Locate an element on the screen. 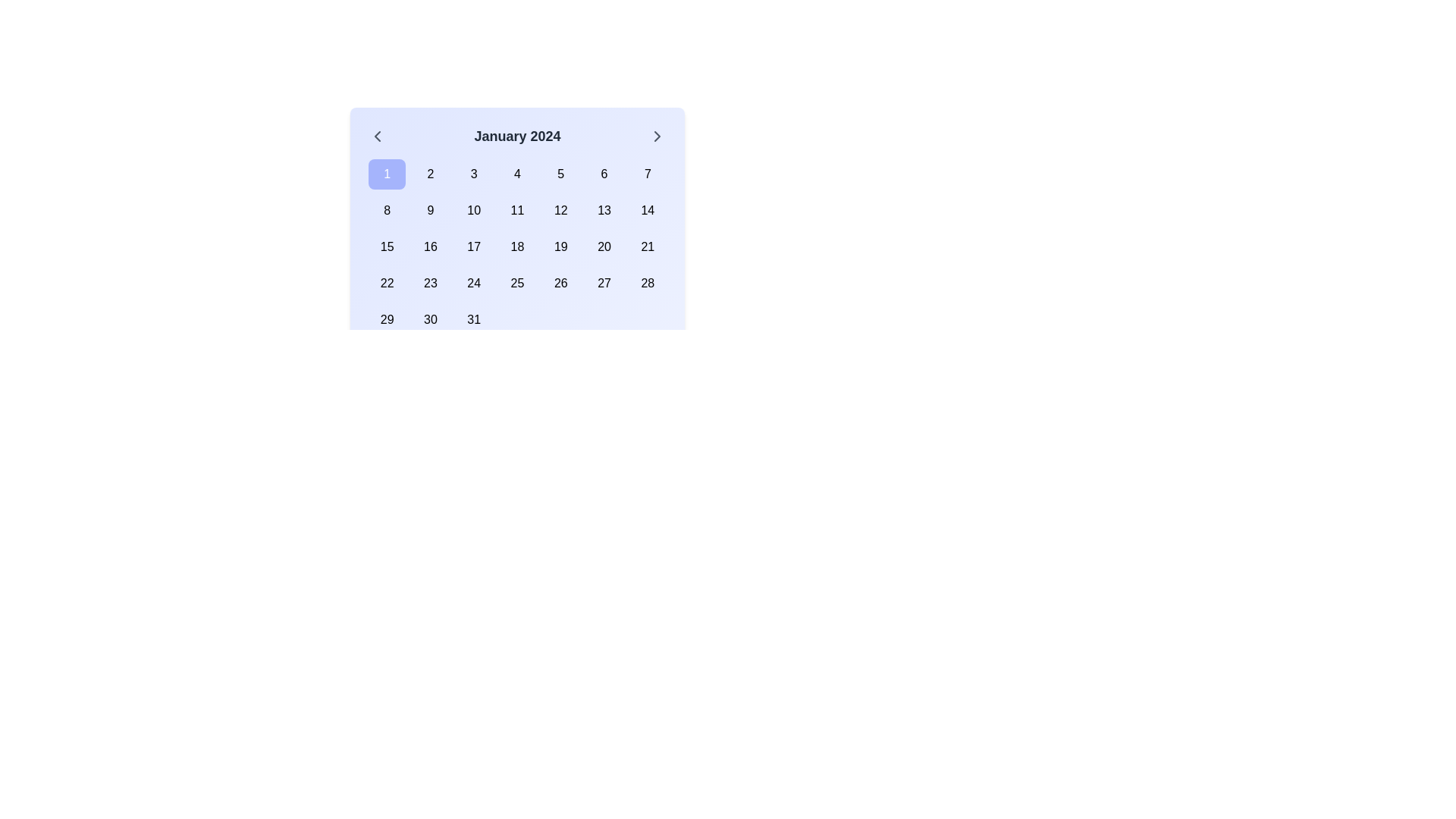 This screenshot has height=819, width=1456. the Text Label displaying 'January 2024' which is located at the top center of the calendar interface, indicating the current month is located at coordinates (517, 136).